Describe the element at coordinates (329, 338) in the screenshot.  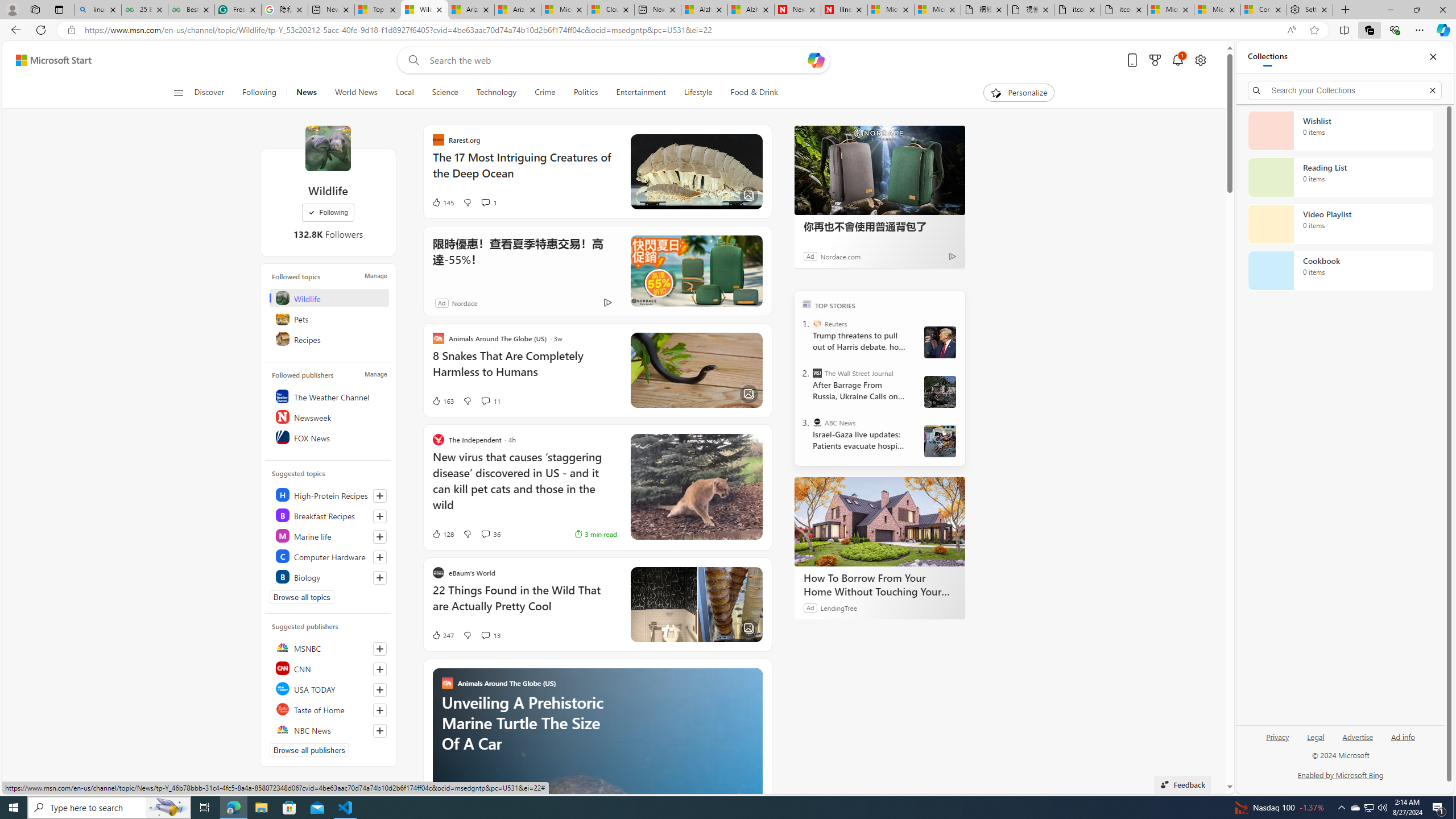
I see `'Recipes'` at that location.